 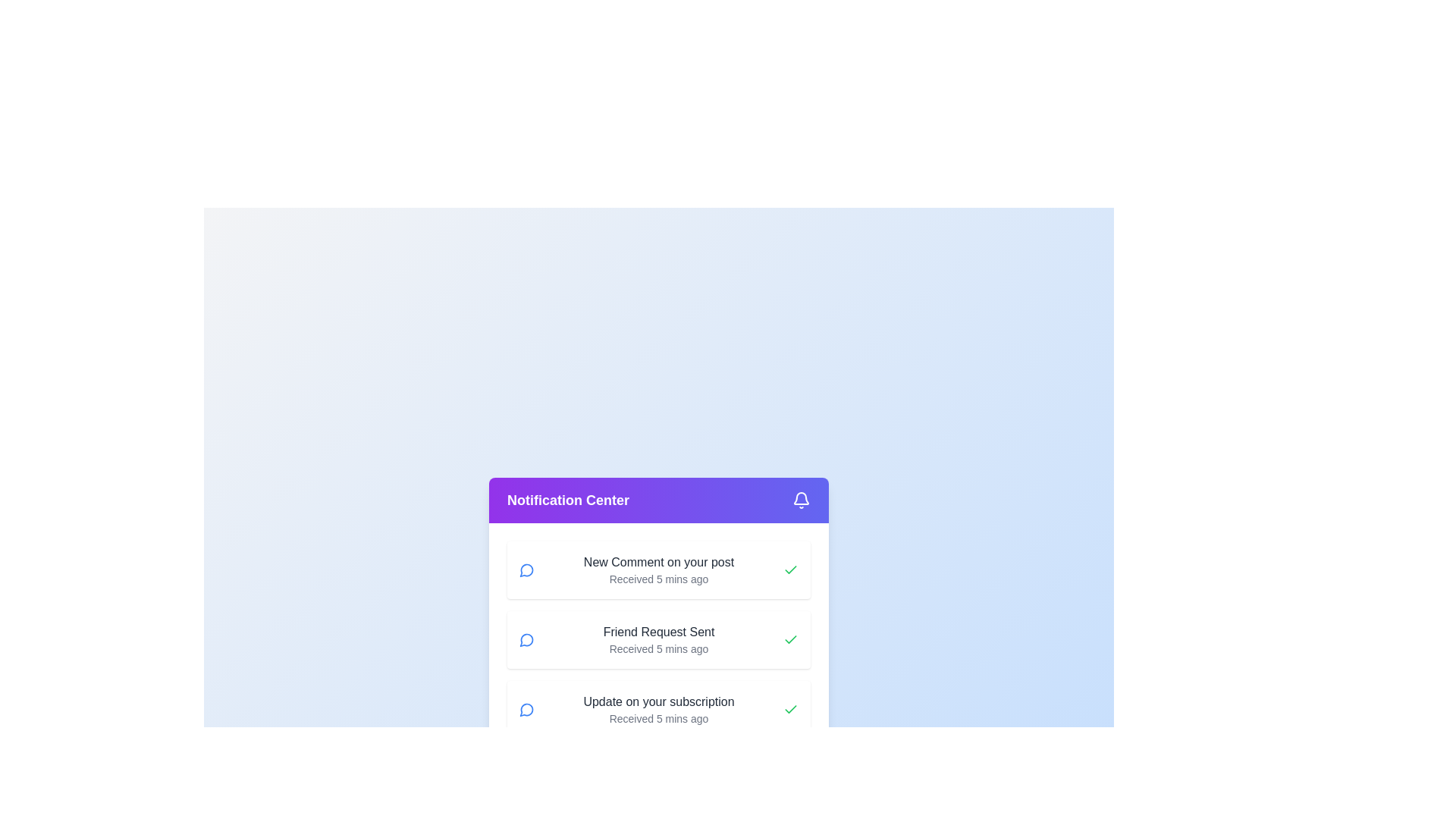 I want to click on the small circular icon with a blue outline and white interior, resembling a chat bubble, located on the left side of the 'New Comment on your post' notification entry, so click(x=527, y=570).